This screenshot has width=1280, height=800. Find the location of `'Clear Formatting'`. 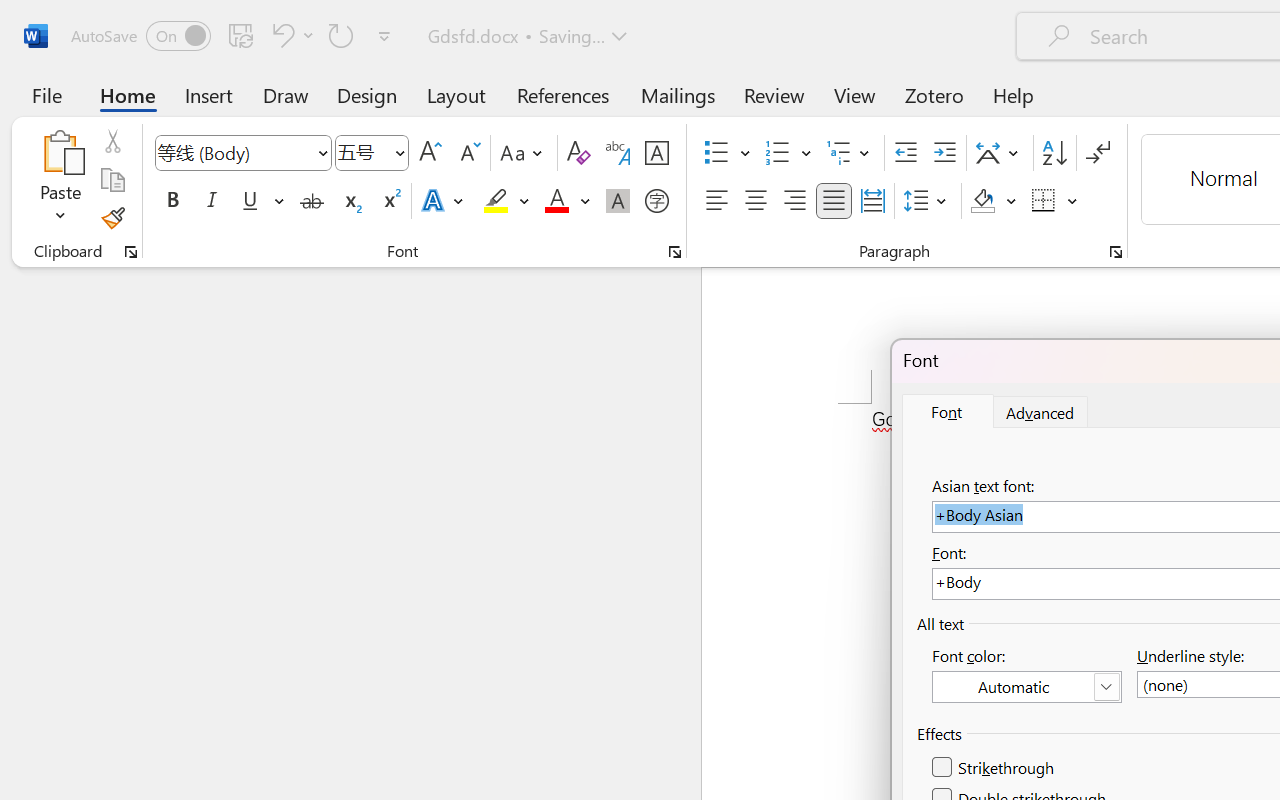

'Clear Formatting' is located at coordinates (577, 153).